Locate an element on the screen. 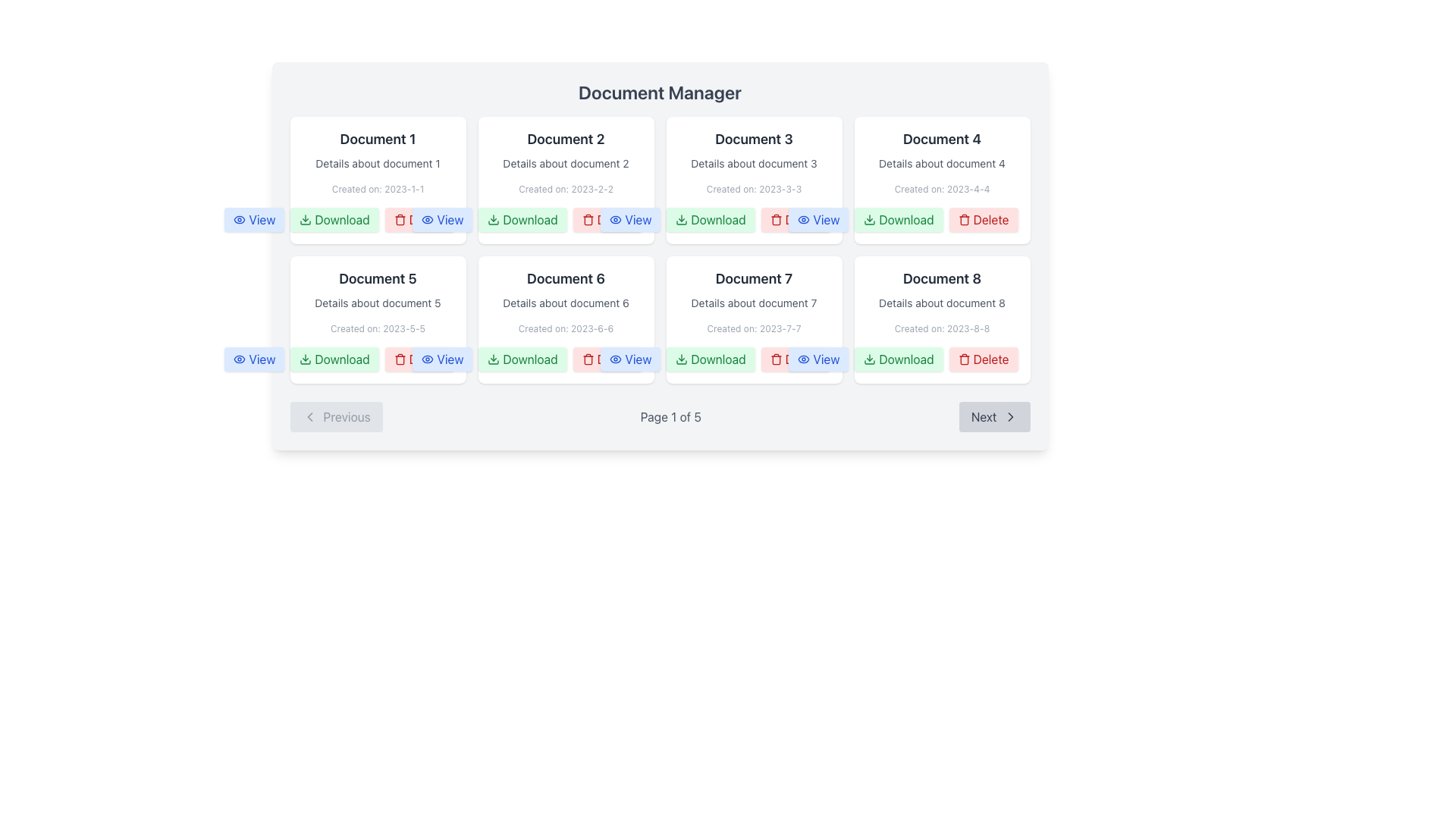 Image resolution: width=1456 pixels, height=819 pixels. the 'View' button with an eye-shaped icon on the left, located in the sixth card of the grid is located at coordinates (630, 359).